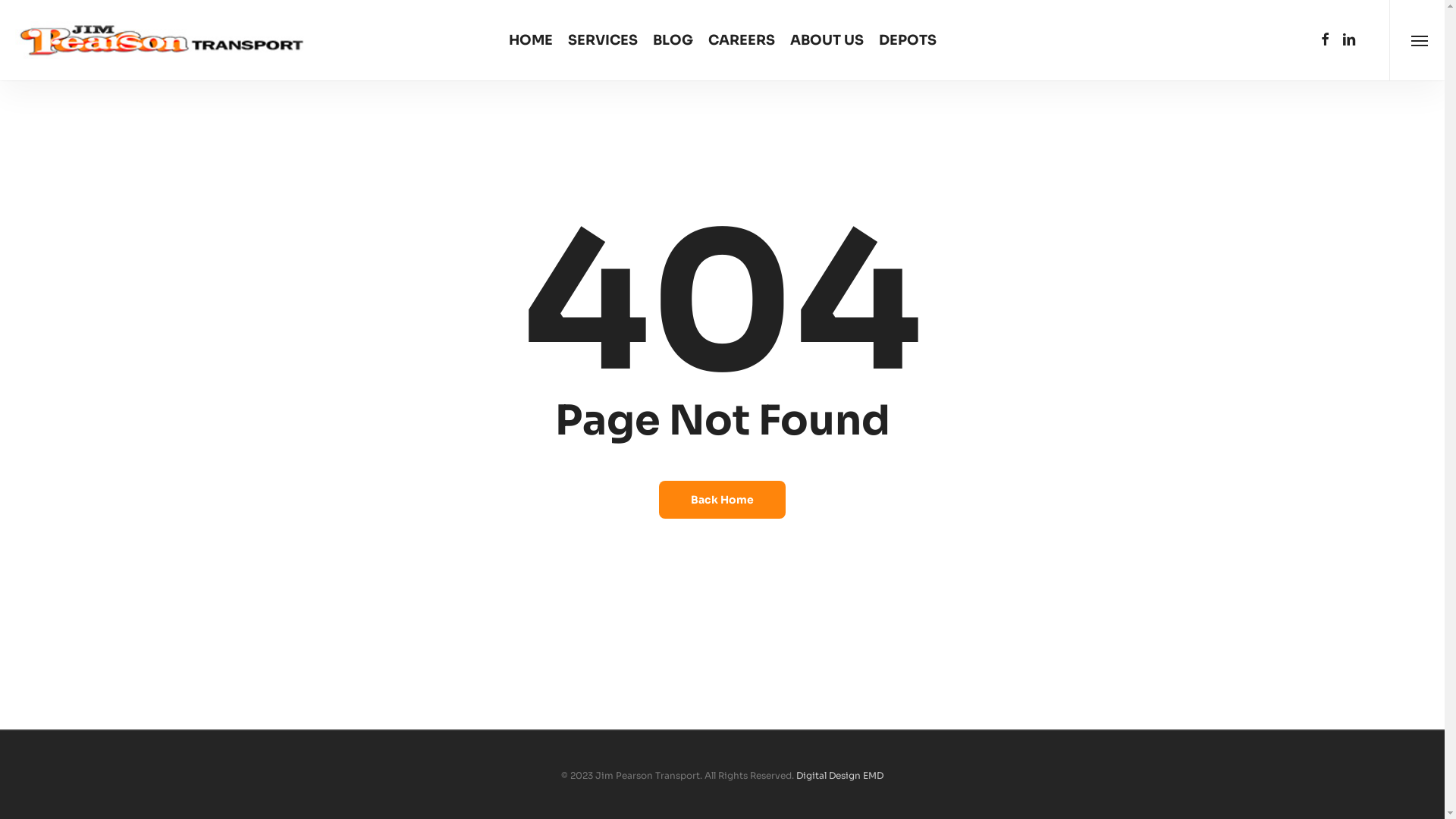 The width and height of the screenshot is (1456, 819). What do you see at coordinates (742, 39) in the screenshot?
I see `'CAREERS'` at bounding box center [742, 39].